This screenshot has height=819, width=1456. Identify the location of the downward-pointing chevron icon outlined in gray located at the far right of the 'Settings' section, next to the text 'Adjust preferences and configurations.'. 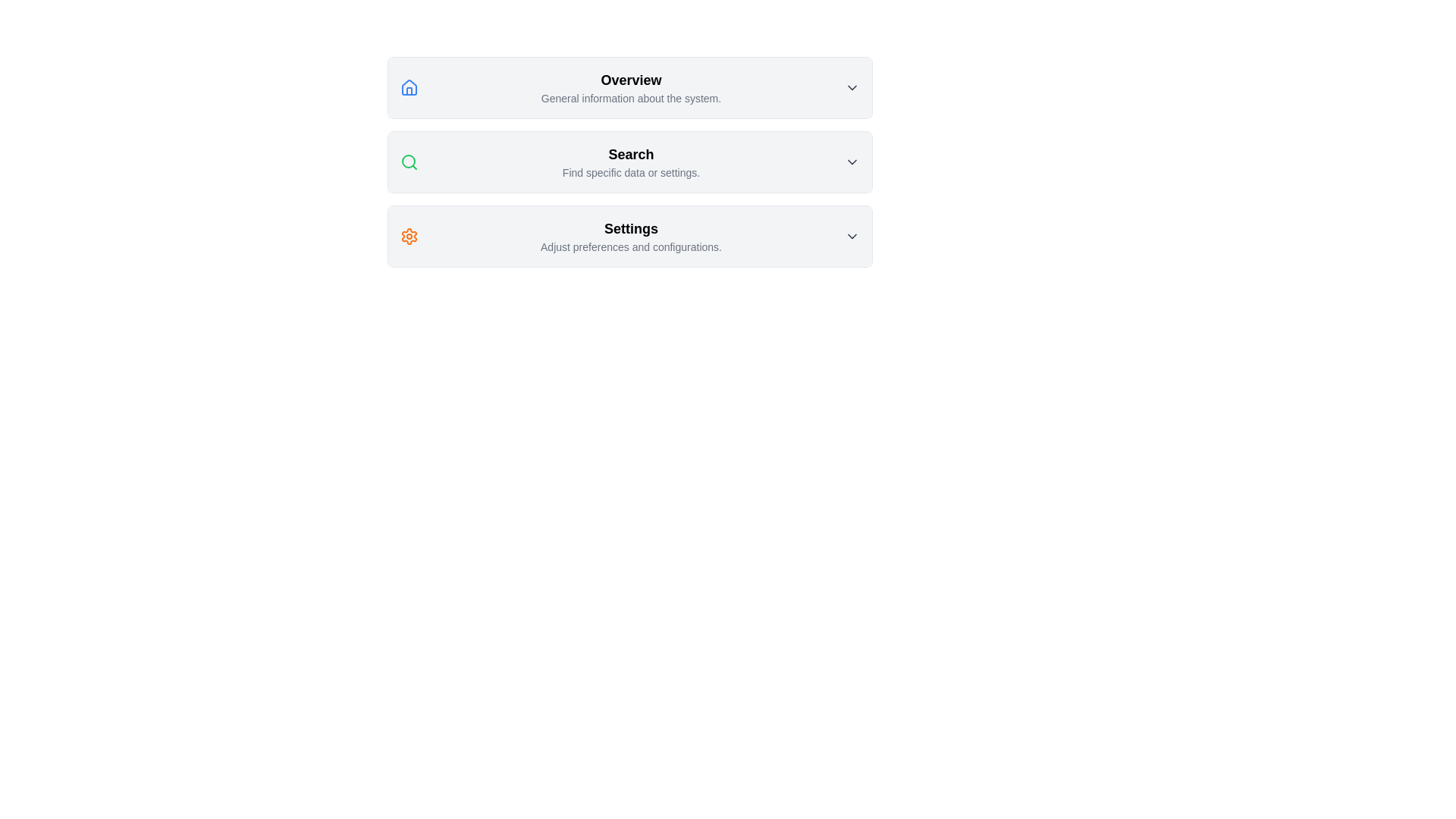
(852, 237).